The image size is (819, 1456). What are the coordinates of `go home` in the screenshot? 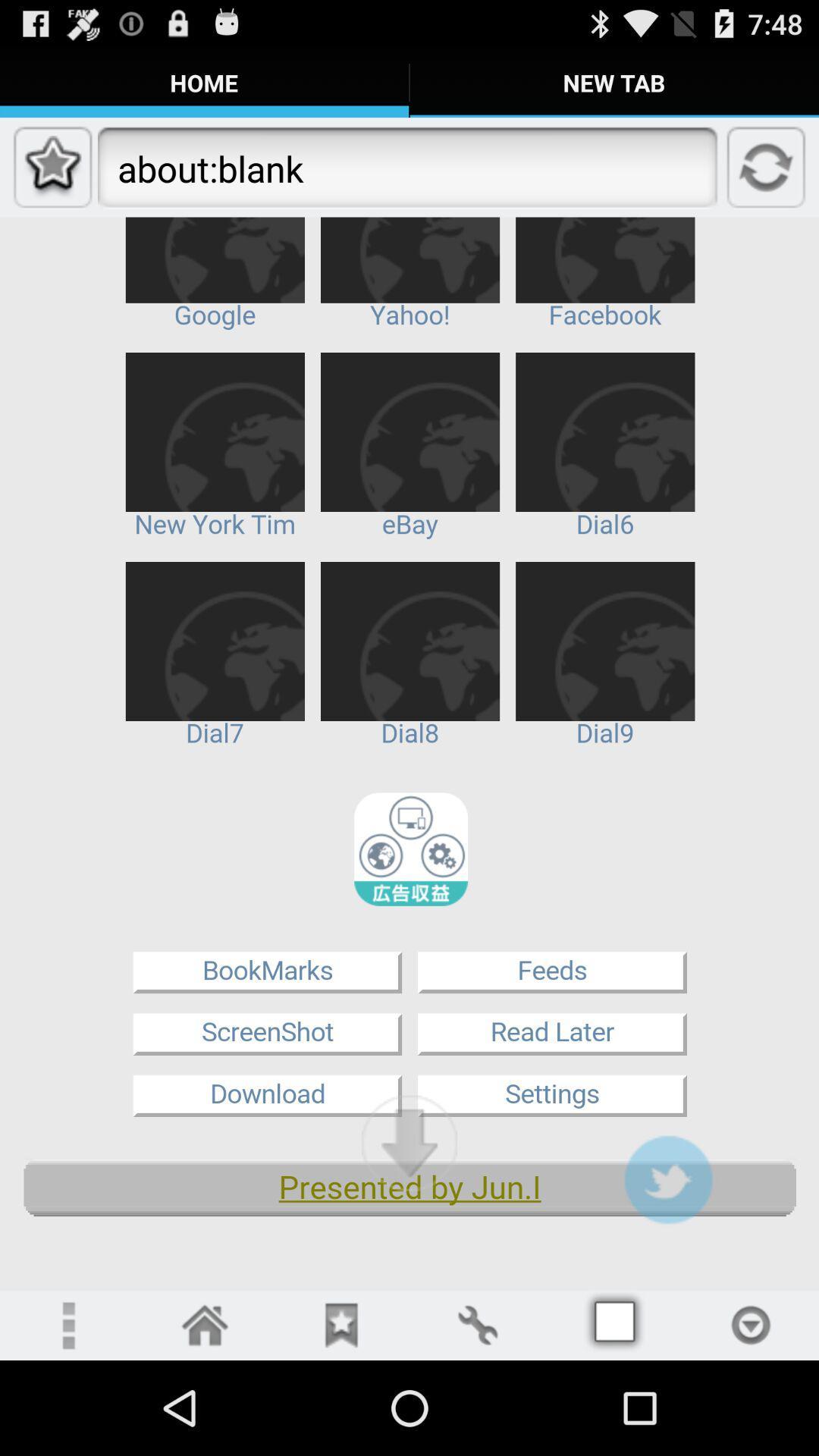 It's located at (205, 1324).